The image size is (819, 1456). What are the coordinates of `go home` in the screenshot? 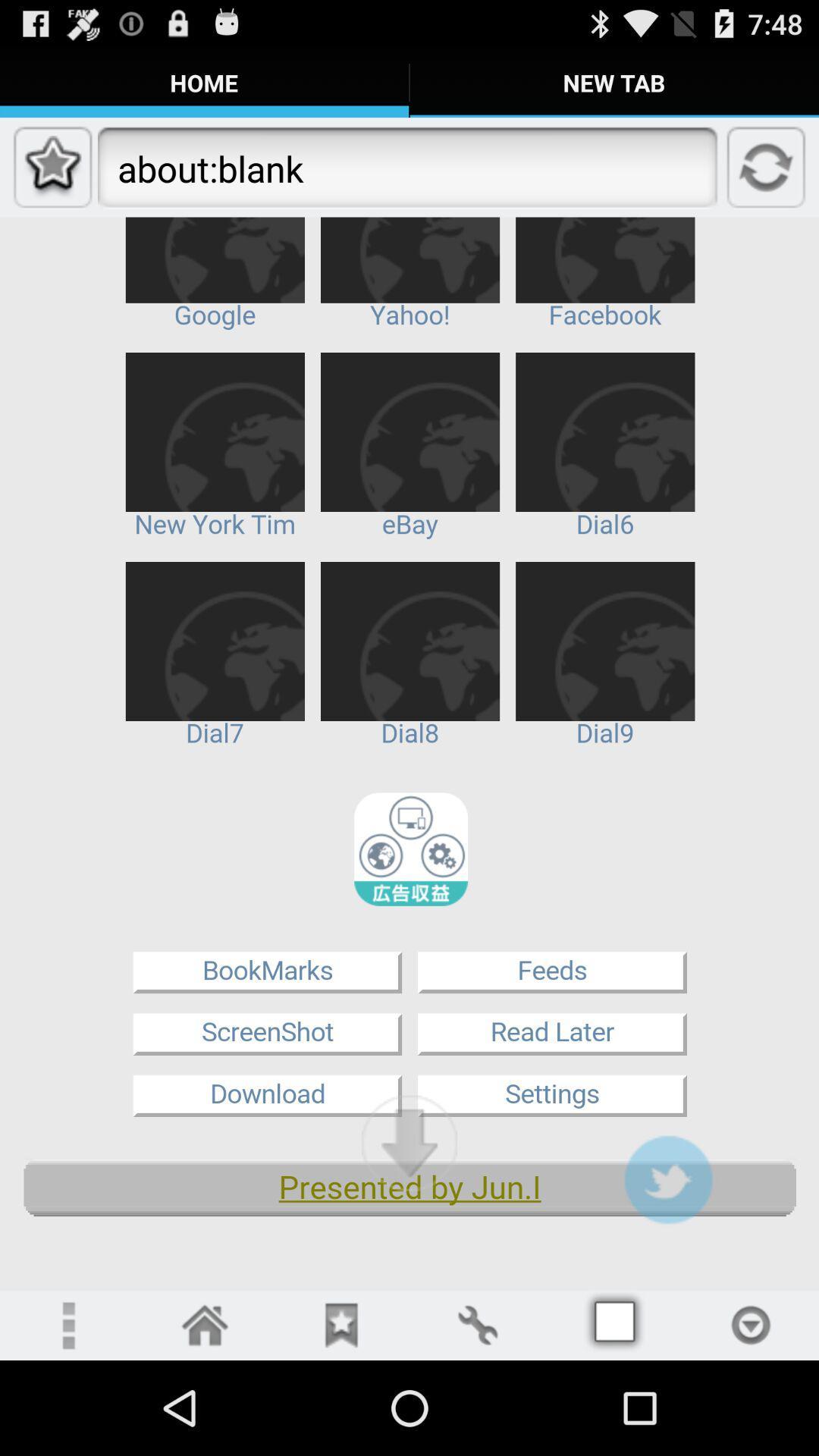 It's located at (205, 1324).